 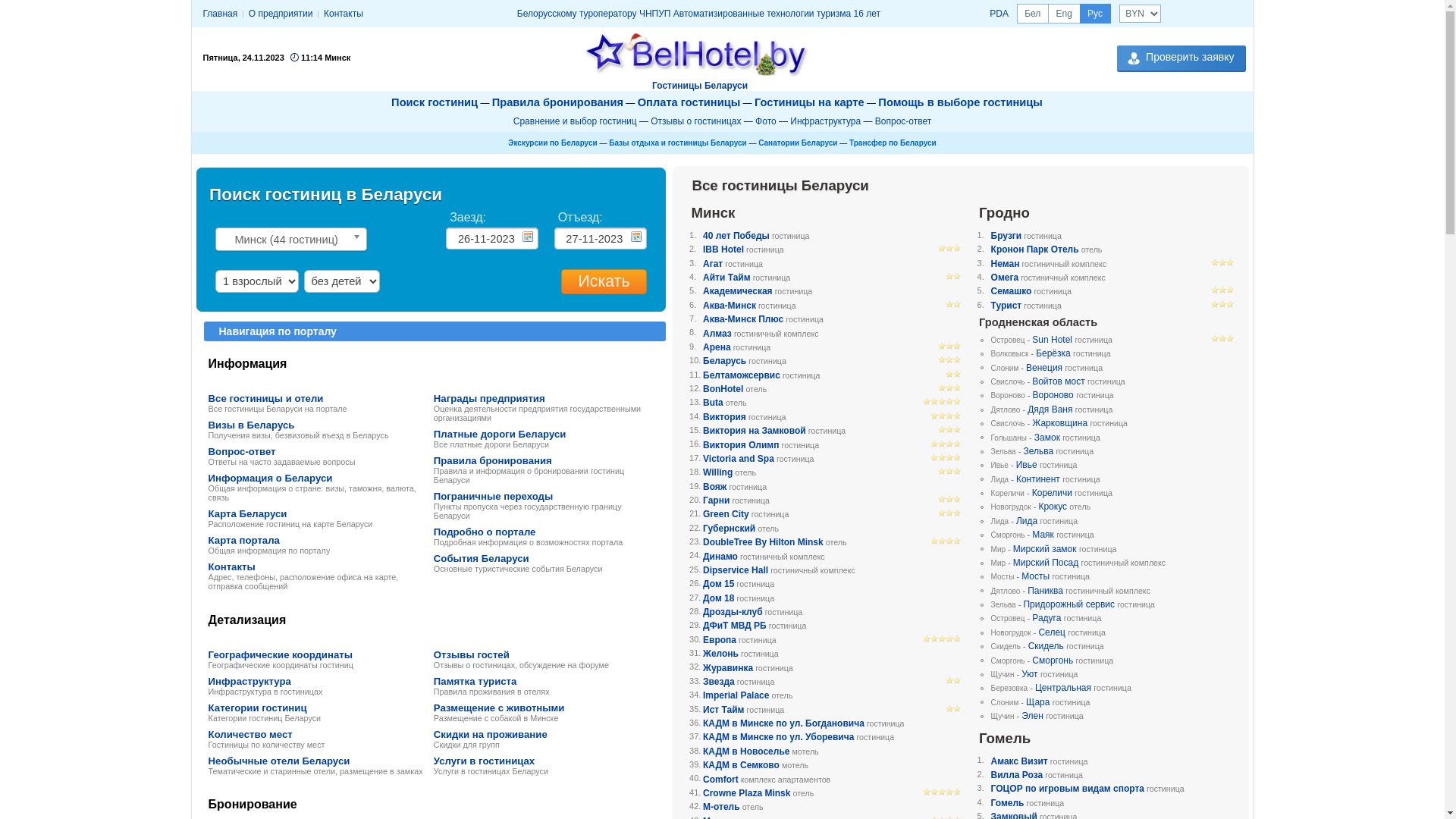 What do you see at coordinates (701, 248) in the screenshot?
I see `'IBB Hotel'` at bounding box center [701, 248].